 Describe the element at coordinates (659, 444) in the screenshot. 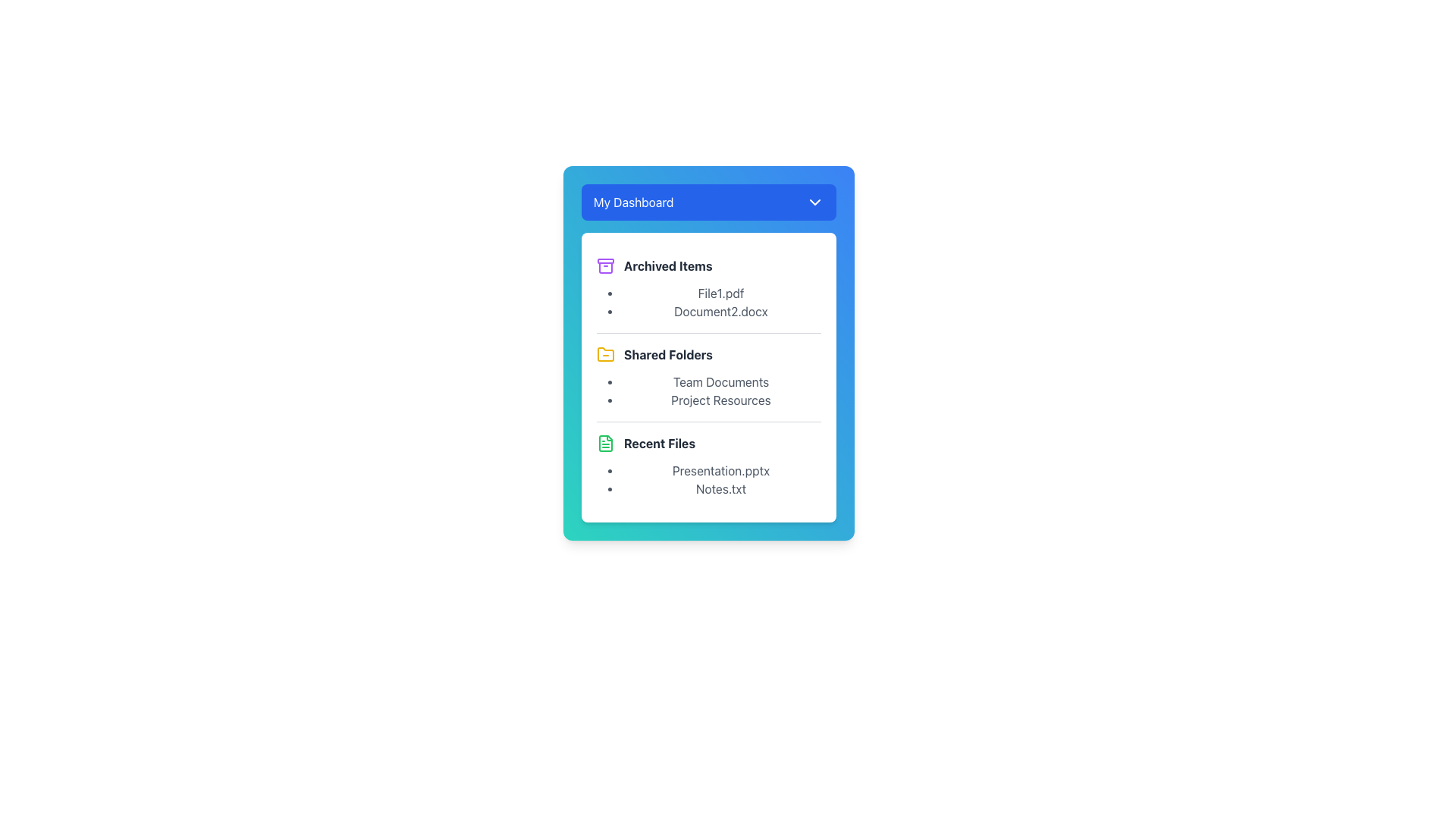

I see `the Text Label that identifies the section listing recently accessed files, located below the 'Shared Folders' label and icon` at that location.